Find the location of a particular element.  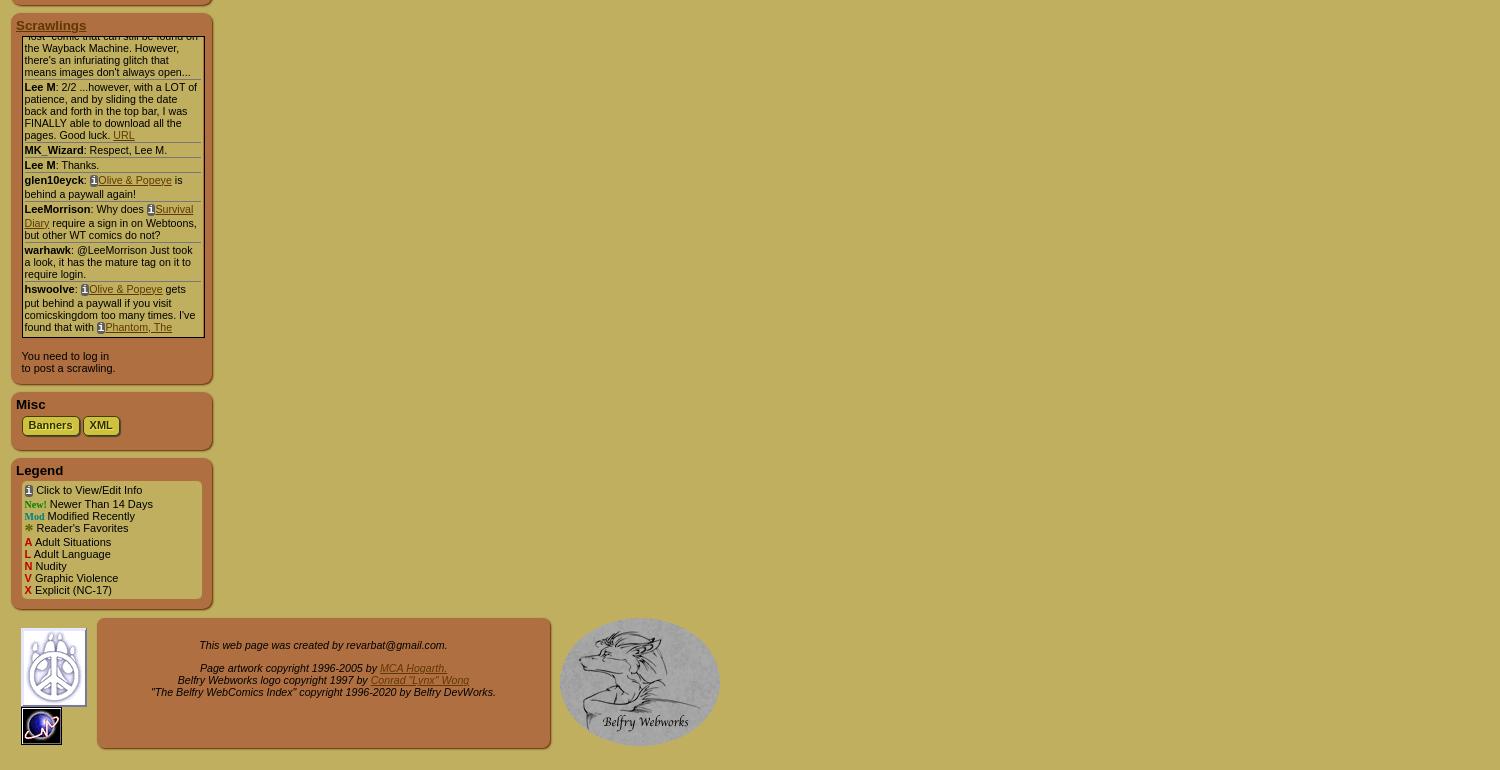

'Adult Language' is located at coordinates (31, 553).